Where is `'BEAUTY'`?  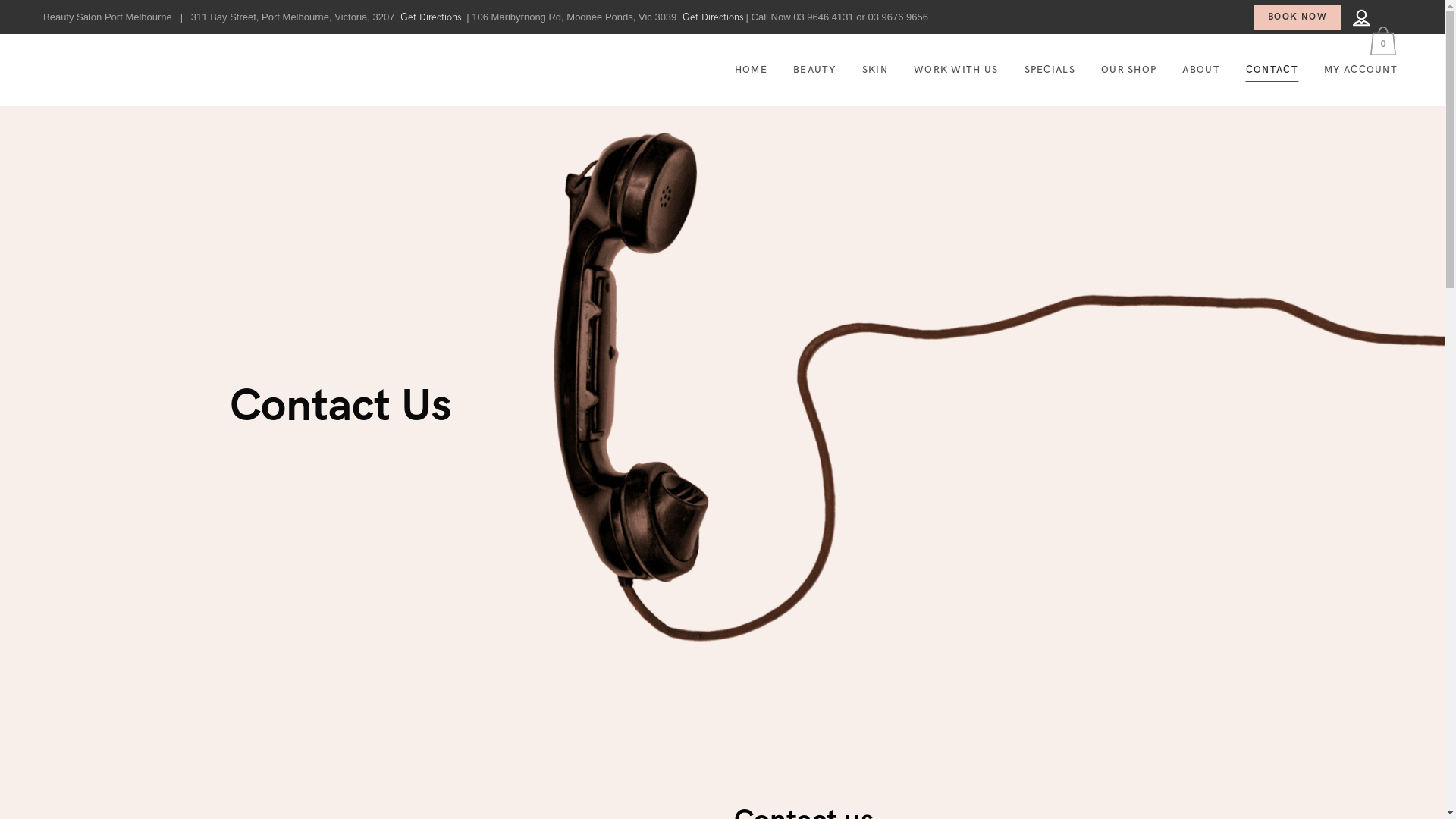
'BEAUTY' is located at coordinates (814, 70).